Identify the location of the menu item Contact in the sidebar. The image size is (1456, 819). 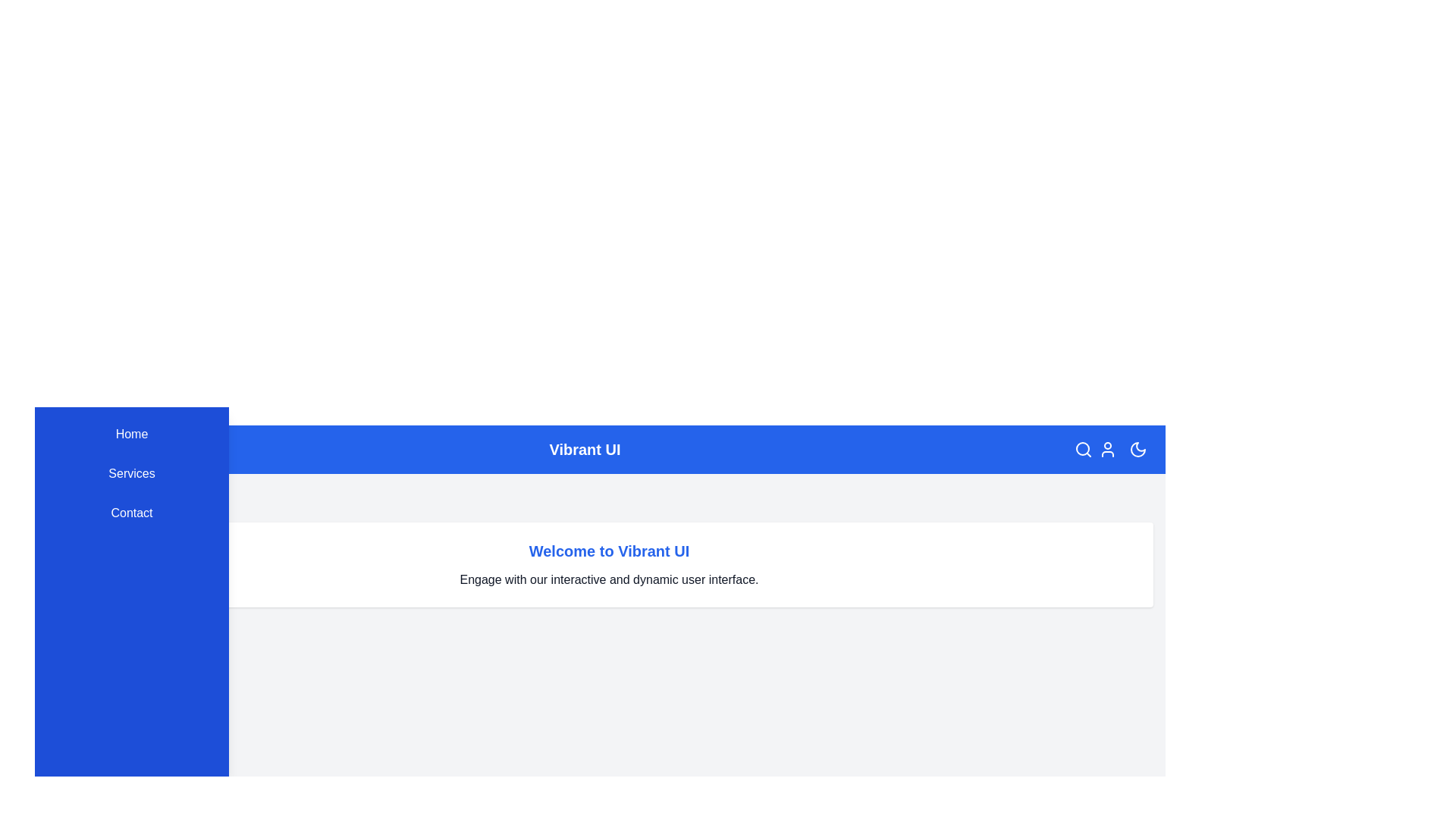
(131, 513).